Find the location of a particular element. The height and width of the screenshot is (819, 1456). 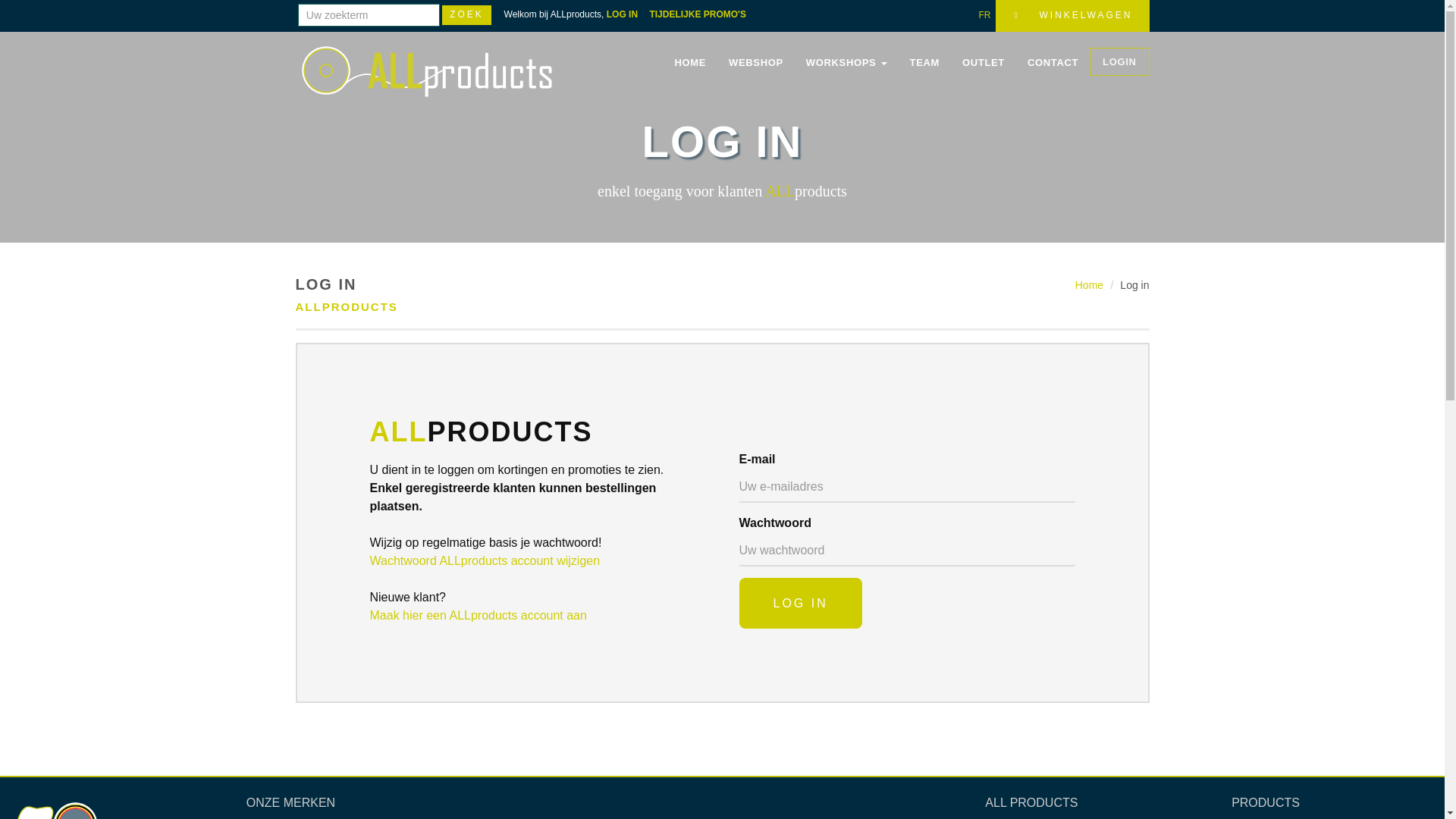

'WEBSHOP' is located at coordinates (756, 62).